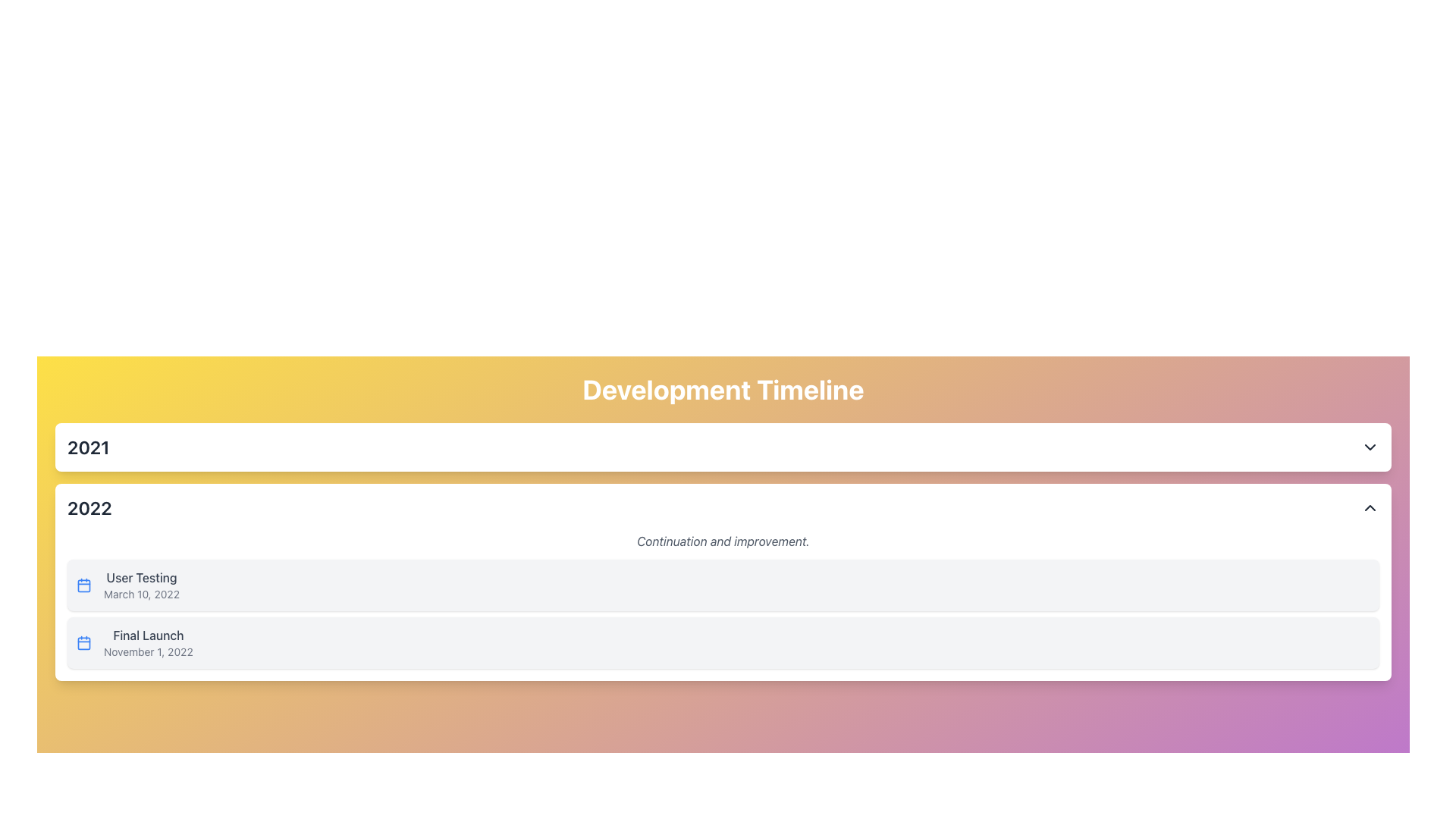  Describe the element at coordinates (83, 584) in the screenshot. I see `the blue calendar icon with rounded corners located to the left of the 'User Testing' entry in the '2022' section of the timeline` at that location.